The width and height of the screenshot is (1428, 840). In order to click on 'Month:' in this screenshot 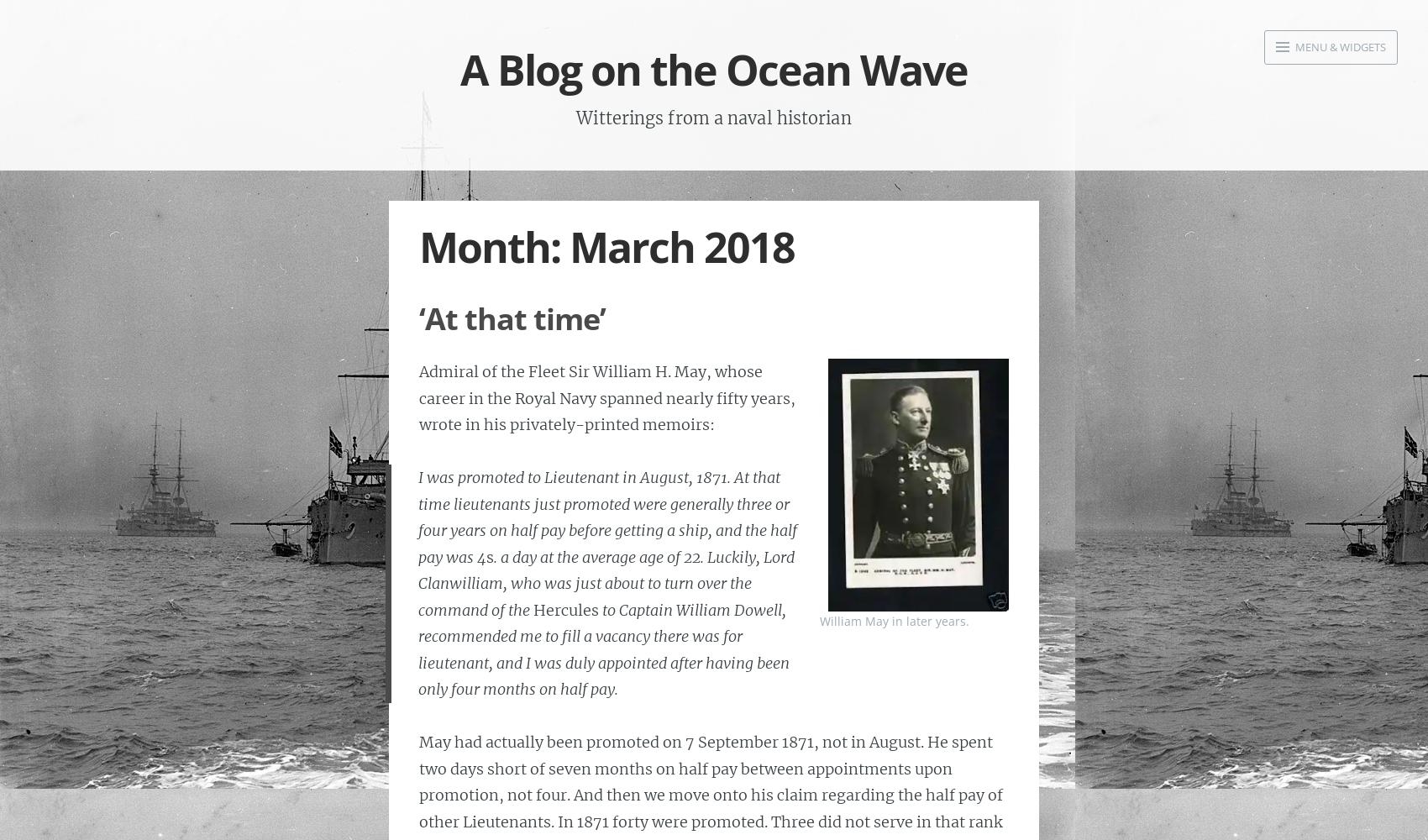, I will do `click(493, 246)`.